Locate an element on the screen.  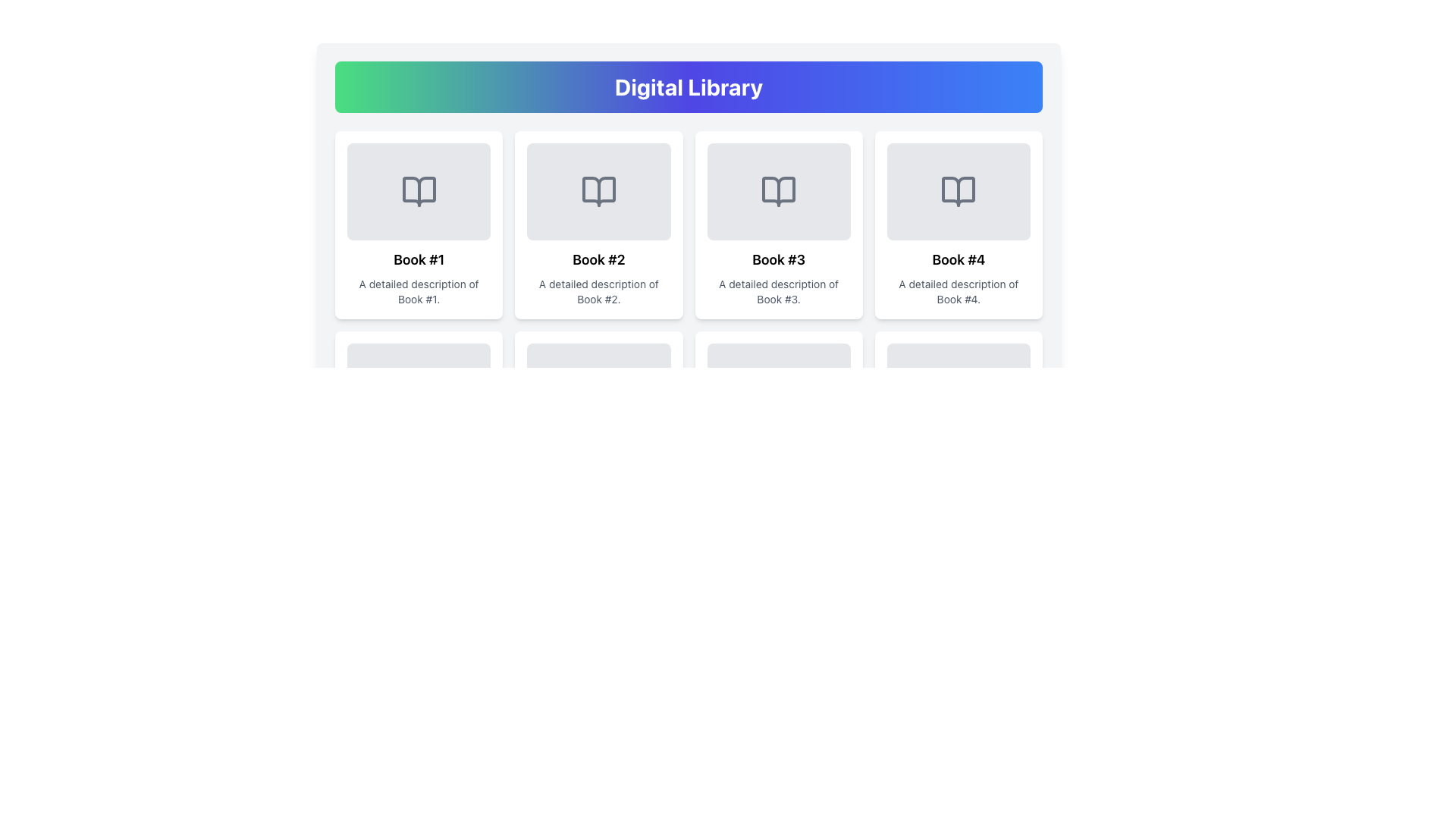
the decorative vector graphic icon of an open book located in the fourth tile of the top row labeled 'Book #4' is located at coordinates (958, 191).